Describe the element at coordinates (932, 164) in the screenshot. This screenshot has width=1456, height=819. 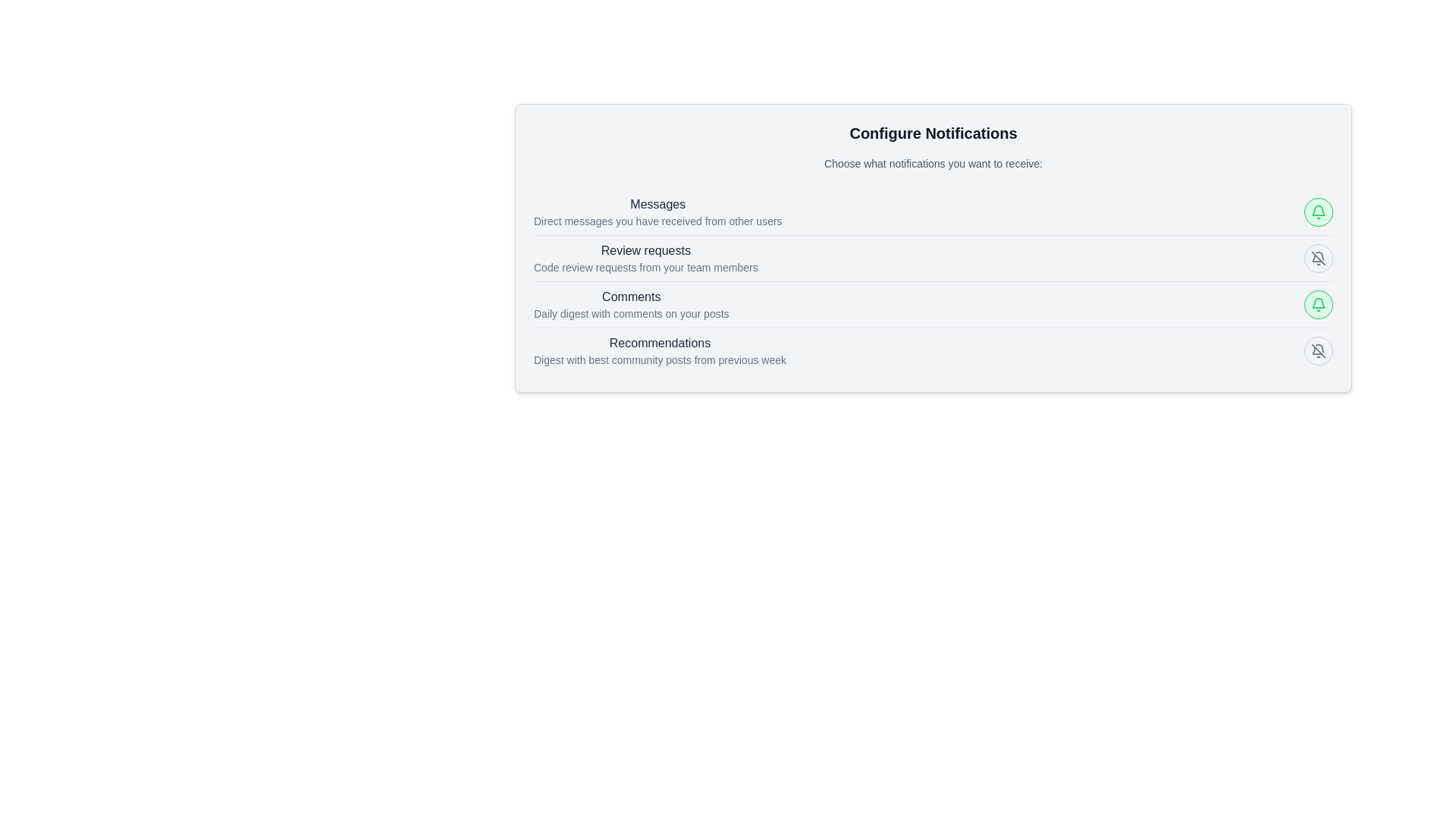
I see `text block that contains the phrase 'Choose what notifications you want to receive:', which is styled in a smaller gray font and positioned below the title 'Configure Notifications'` at that location.